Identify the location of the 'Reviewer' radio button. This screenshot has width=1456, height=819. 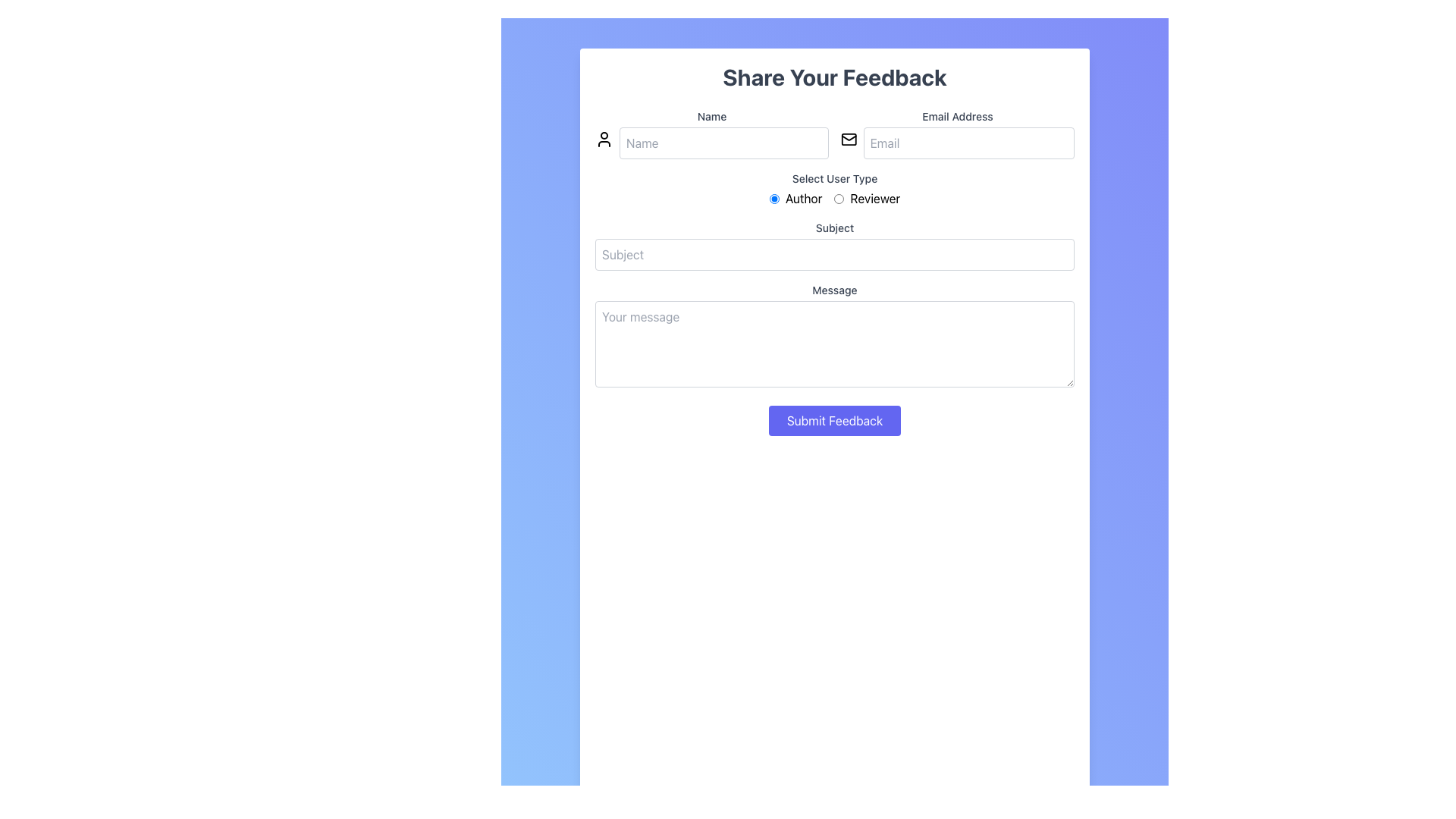
(867, 198).